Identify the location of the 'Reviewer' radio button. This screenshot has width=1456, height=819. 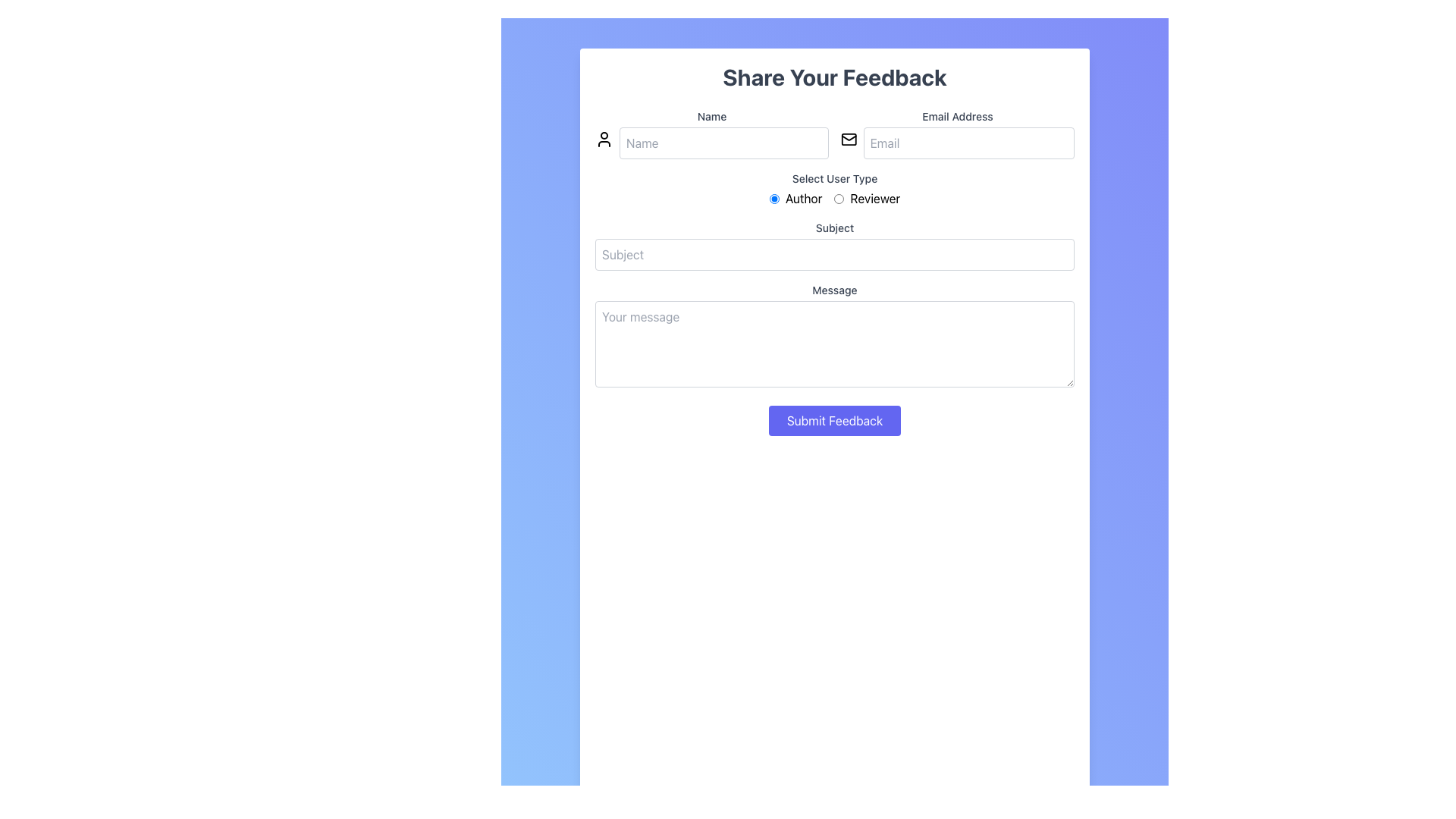
(867, 198).